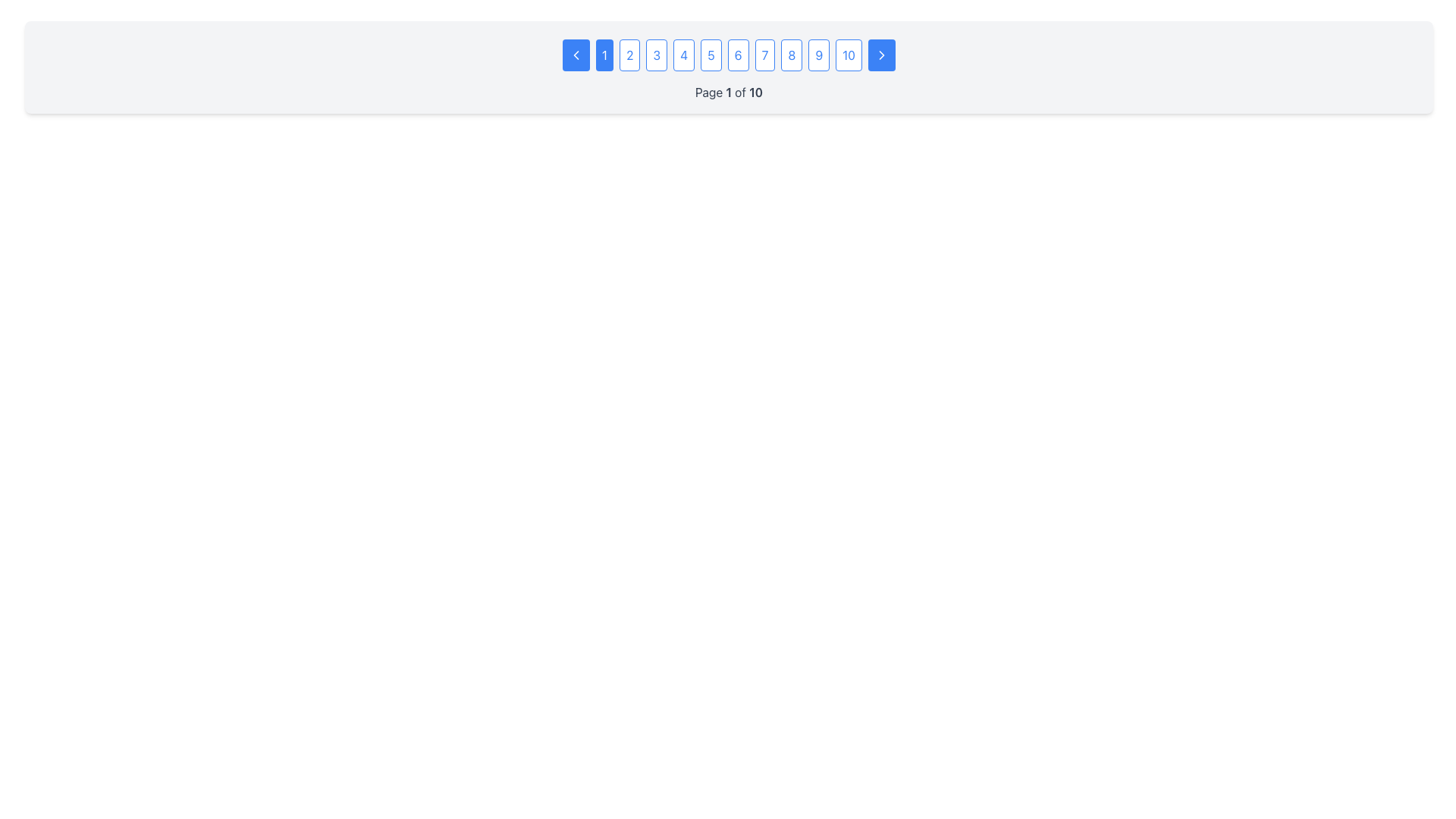 The width and height of the screenshot is (1456, 819). What do you see at coordinates (848, 55) in the screenshot?
I see `the button labeled '10', which is a rounded rectangle with a white background and blue border` at bounding box center [848, 55].